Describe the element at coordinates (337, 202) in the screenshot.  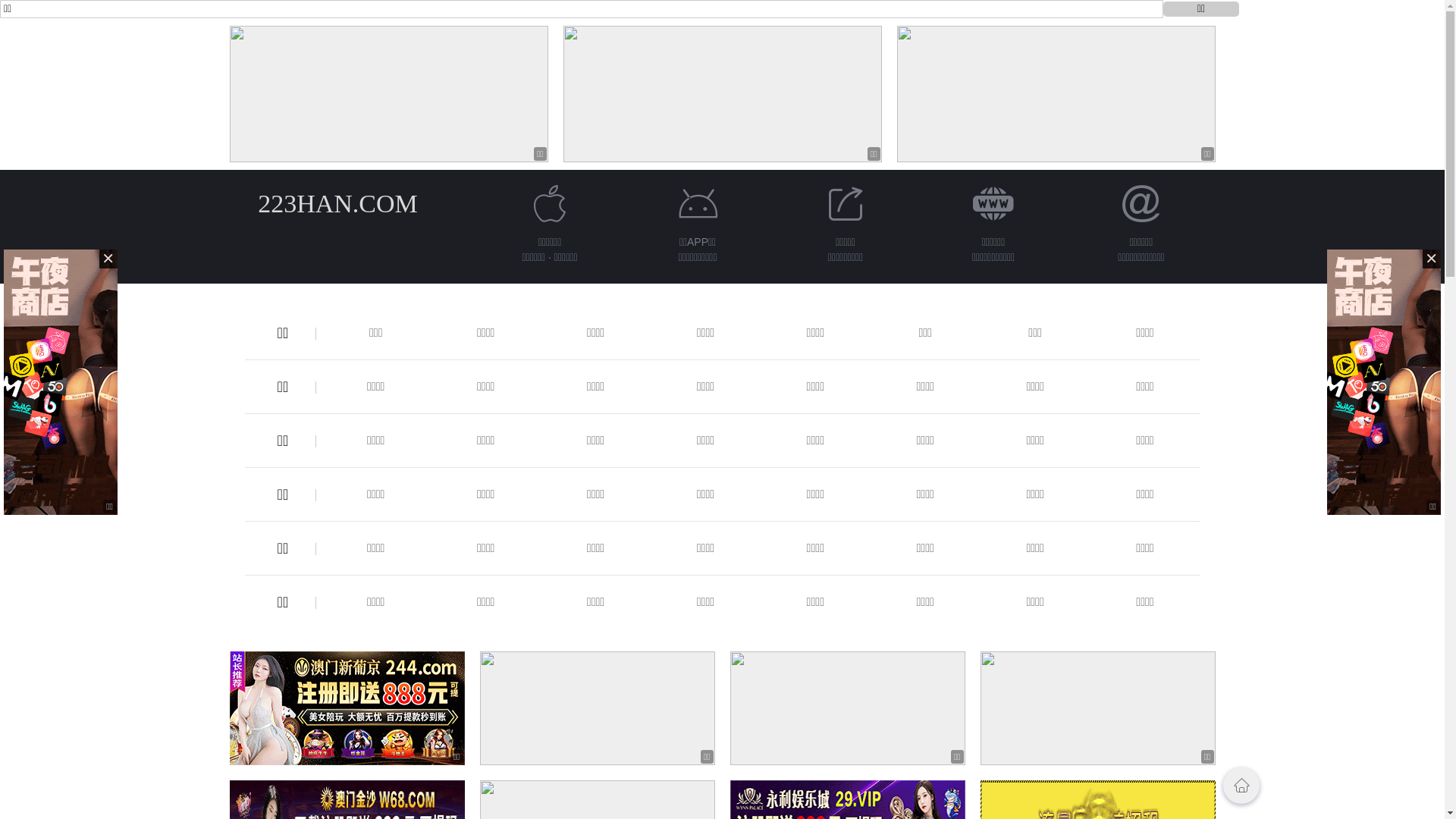
I see `'223HAN.COM'` at that location.